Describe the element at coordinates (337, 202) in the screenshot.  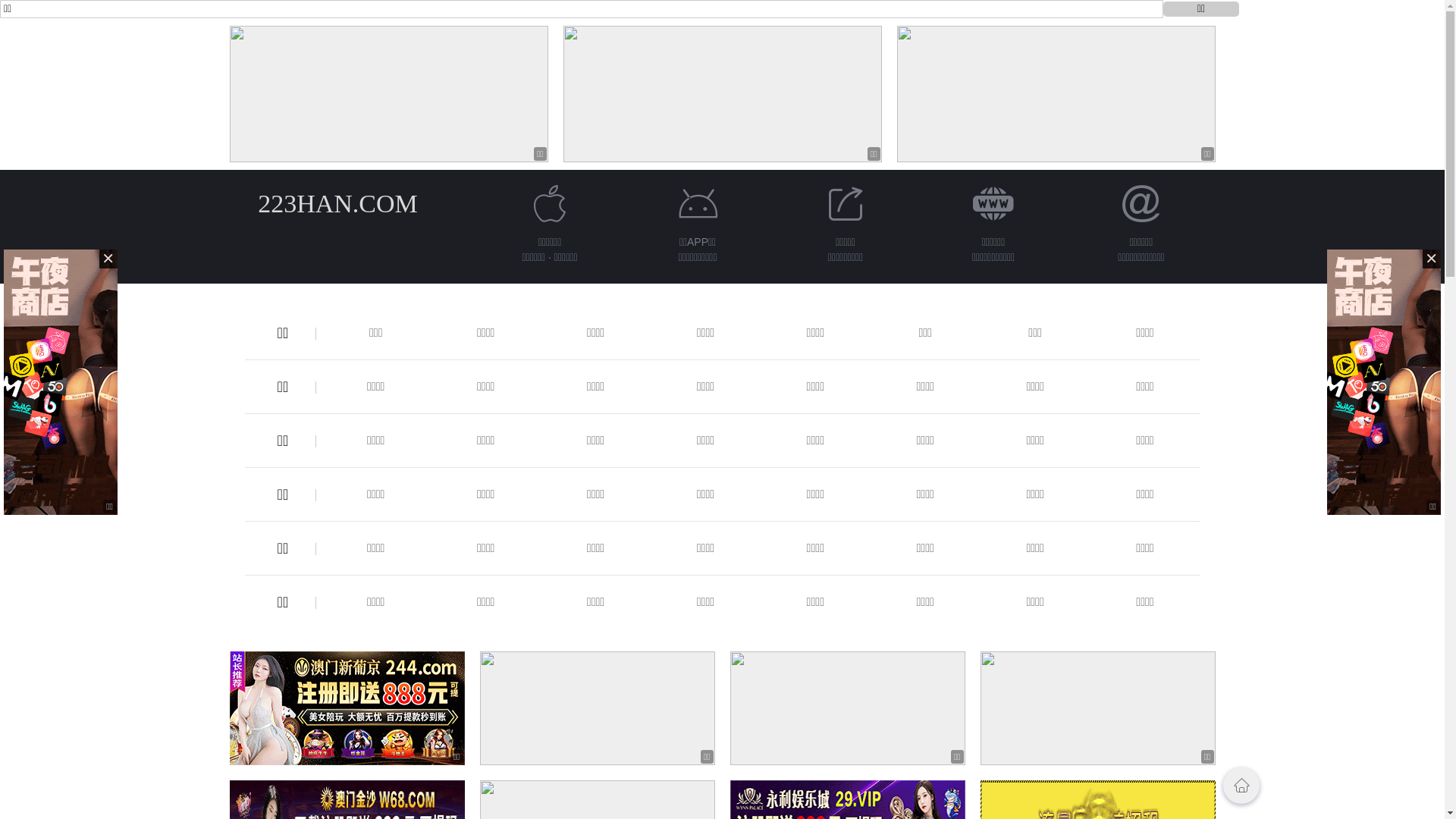
I see `'223HAN.COM'` at that location.